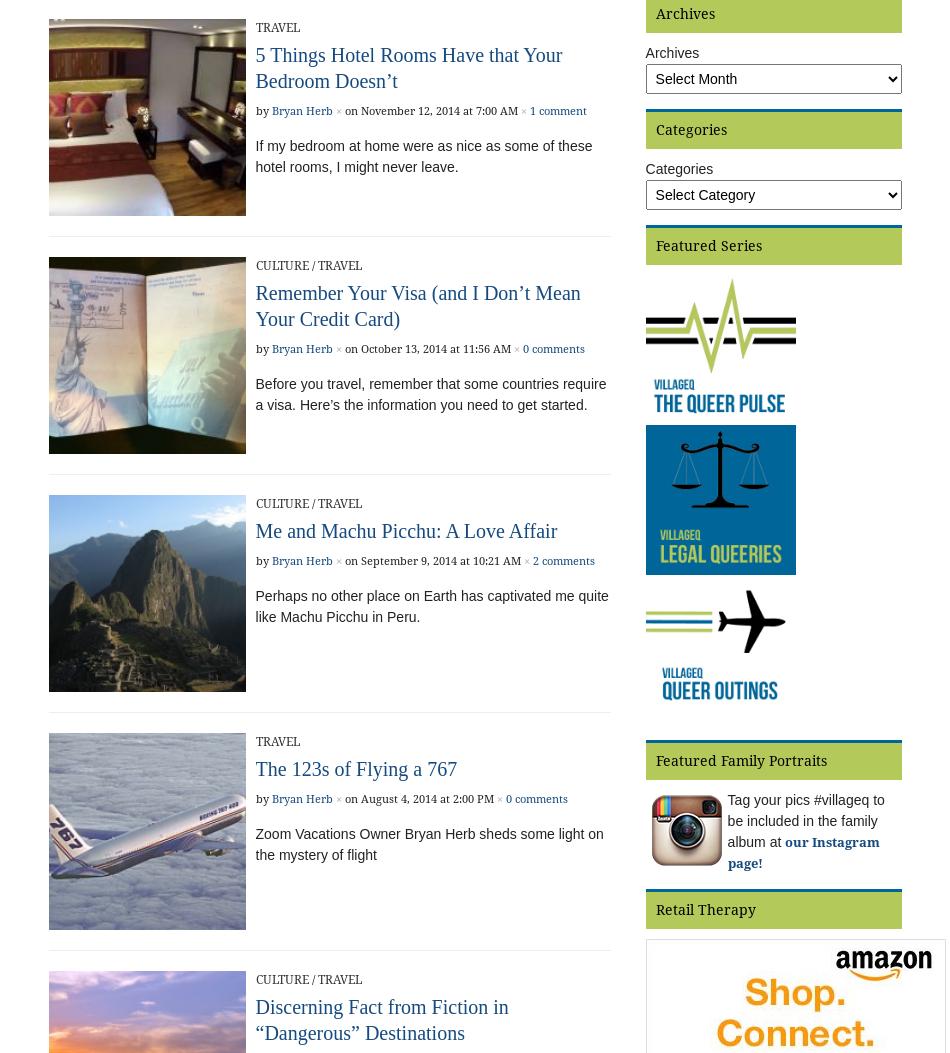 This screenshot has height=1053, width=950. What do you see at coordinates (407, 67) in the screenshot?
I see `'5 Things Hotel Rooms Have that Your Bedroom Doesn’t'` at bounding box center [407, 67].